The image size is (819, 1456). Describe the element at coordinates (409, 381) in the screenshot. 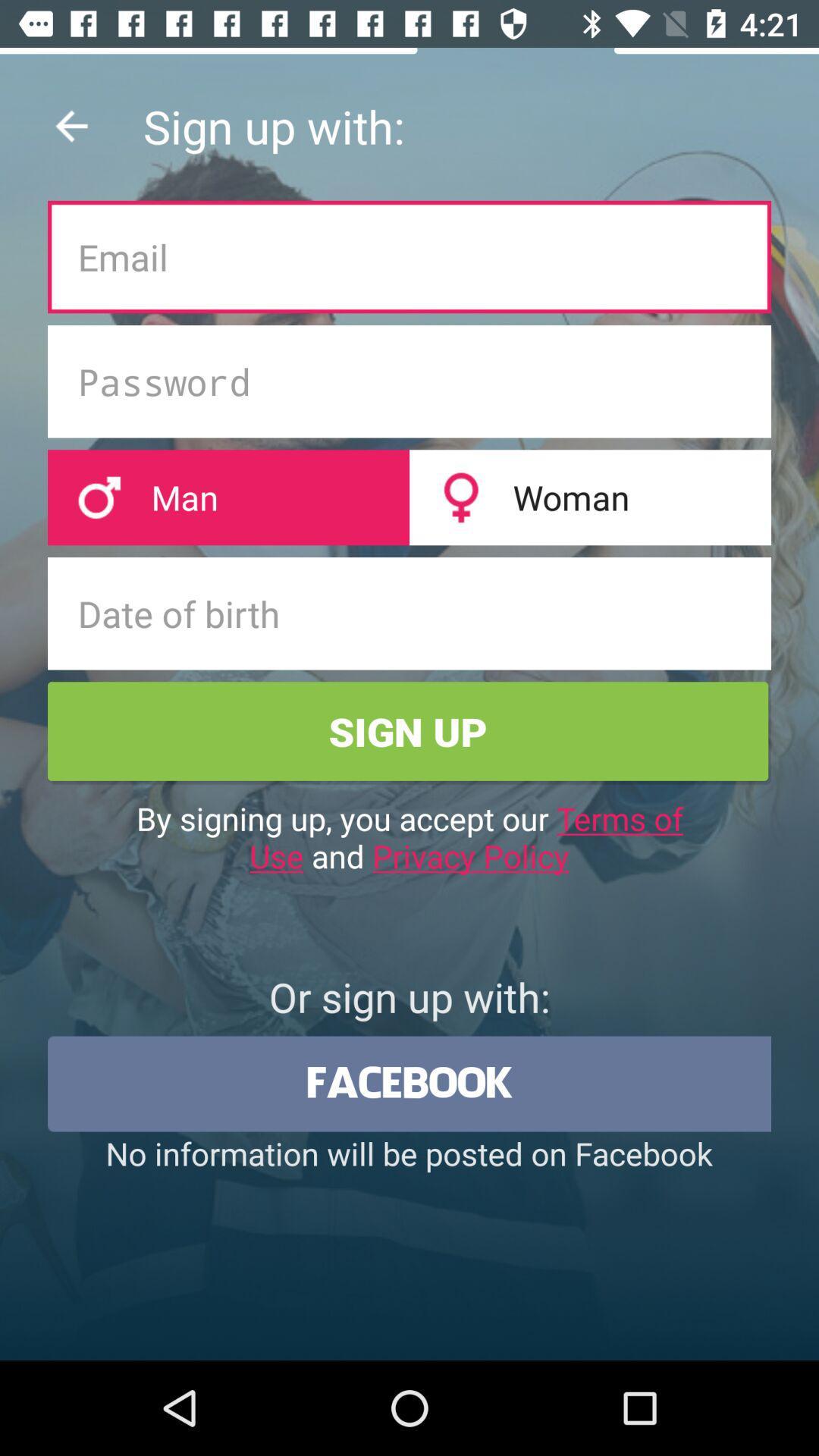

I see `the second text feed box` at that location.